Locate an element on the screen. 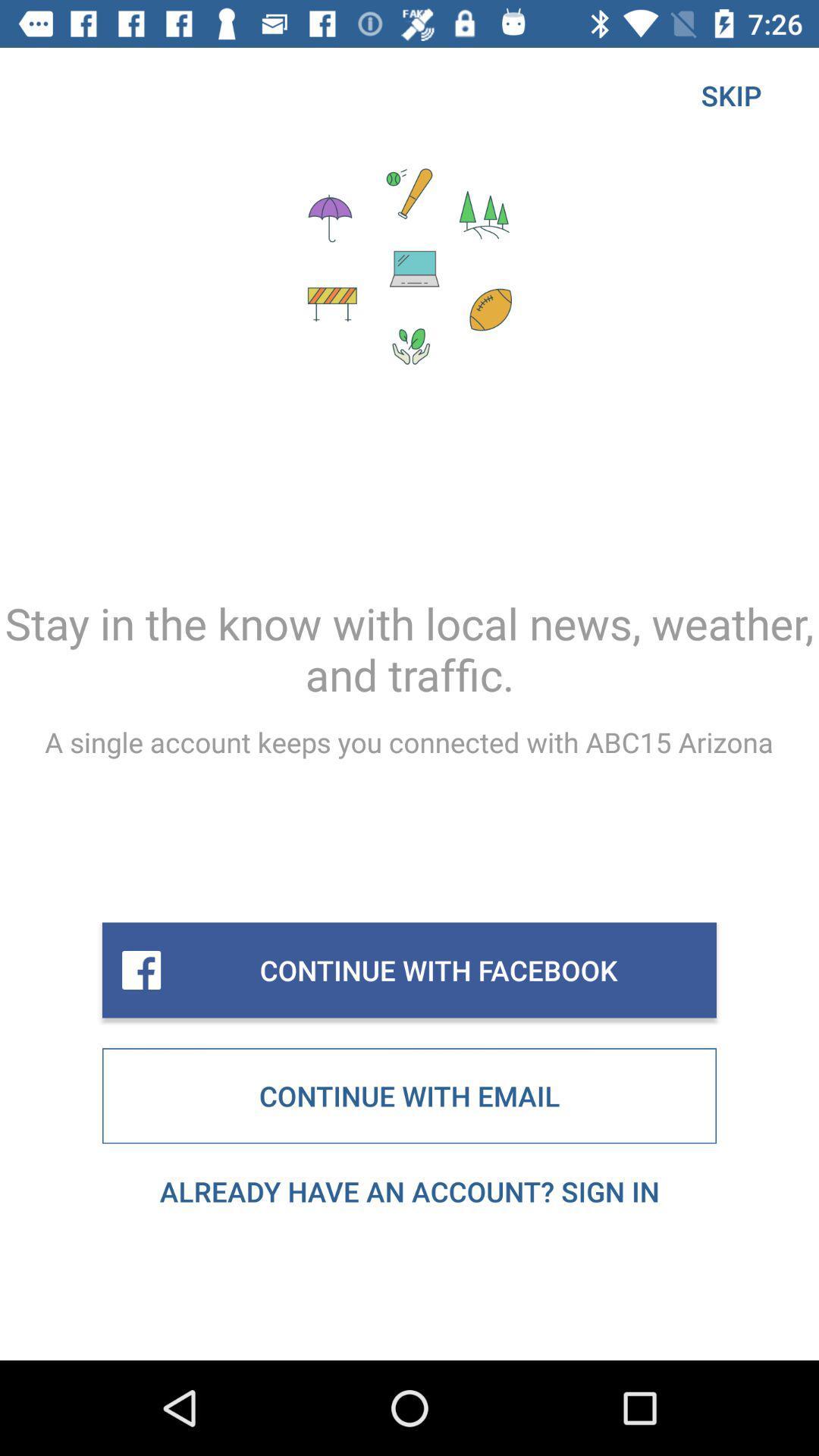 The width and height of the screenshot is (819, 1456). already have an icon is located at coordinates (409, 1191).